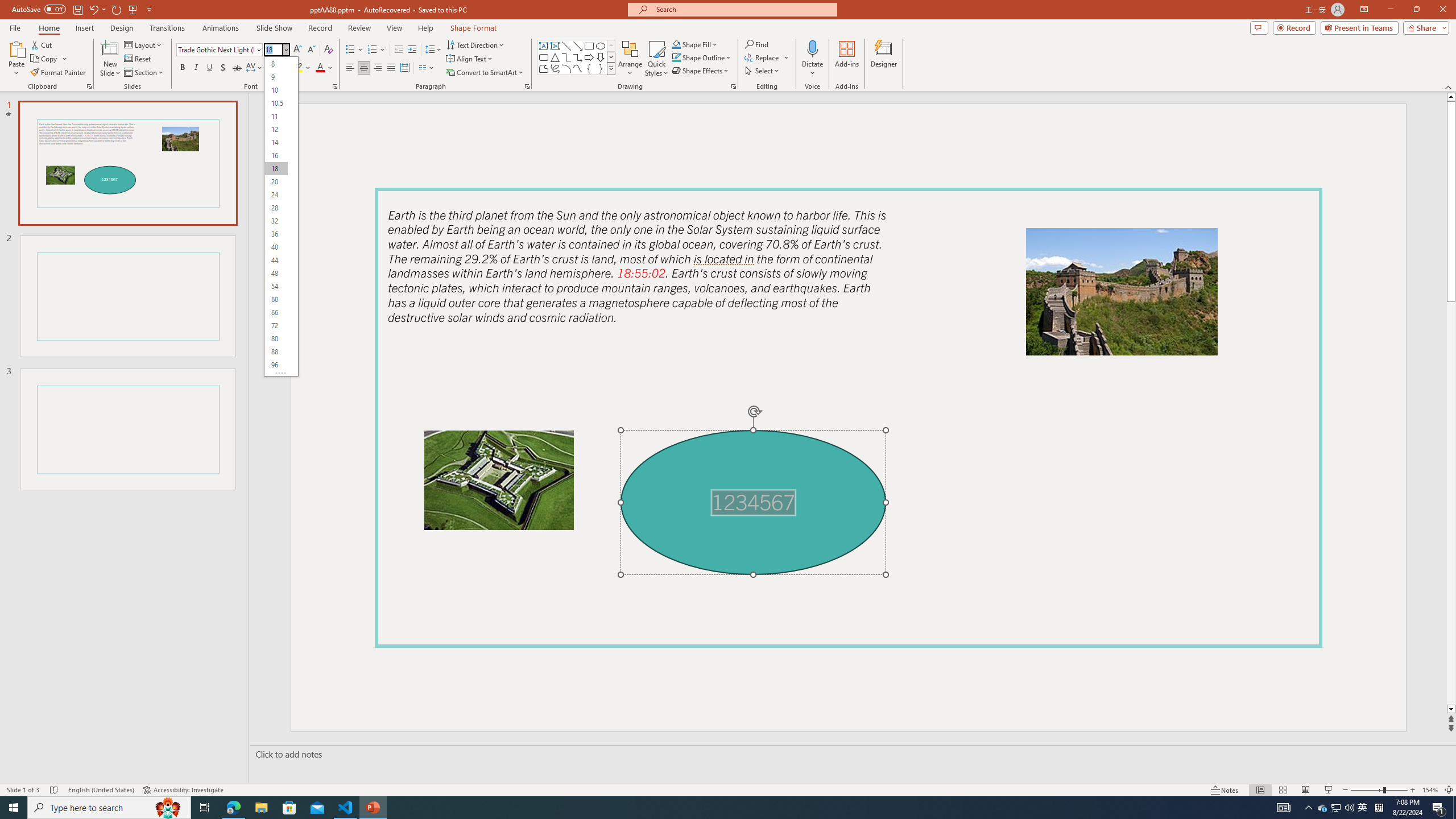  I want to click on 'Shape Outline Teal, Accent 1', so click(676, 56).